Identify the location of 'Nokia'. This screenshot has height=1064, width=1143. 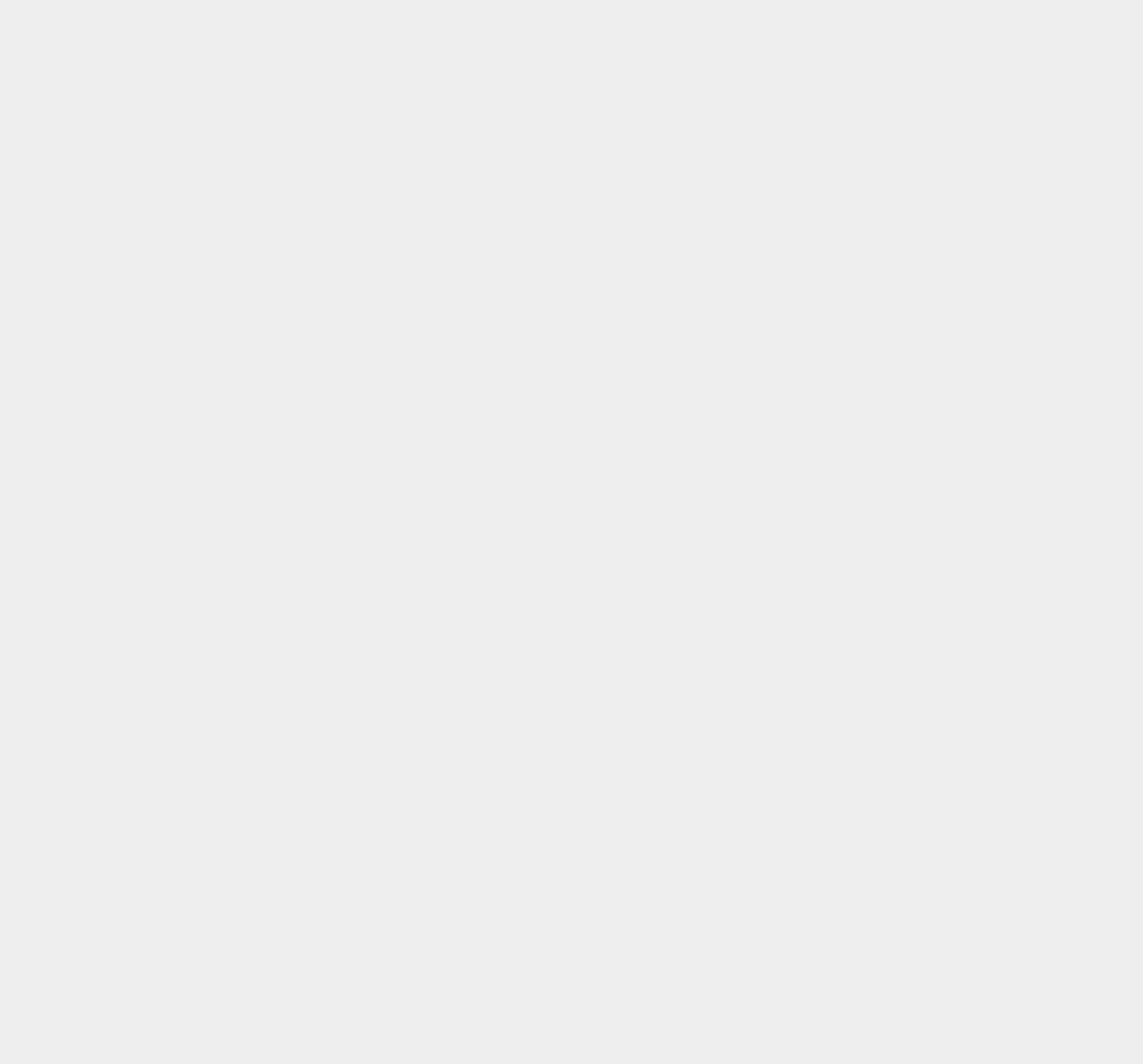
(807, 168).